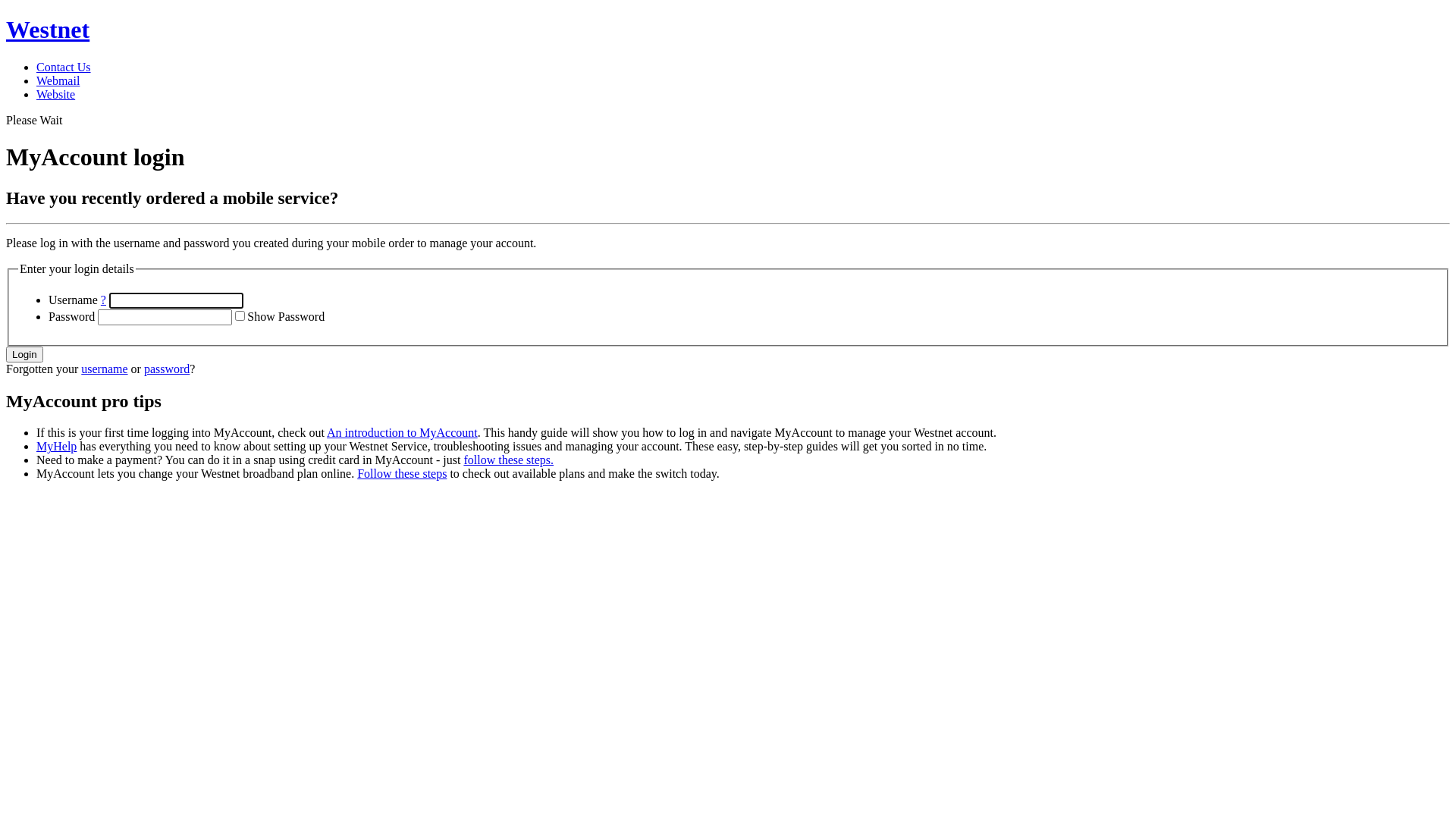  Describe the element at coordinates (102, 300) in the screenshot. I see `'?'` at that location.